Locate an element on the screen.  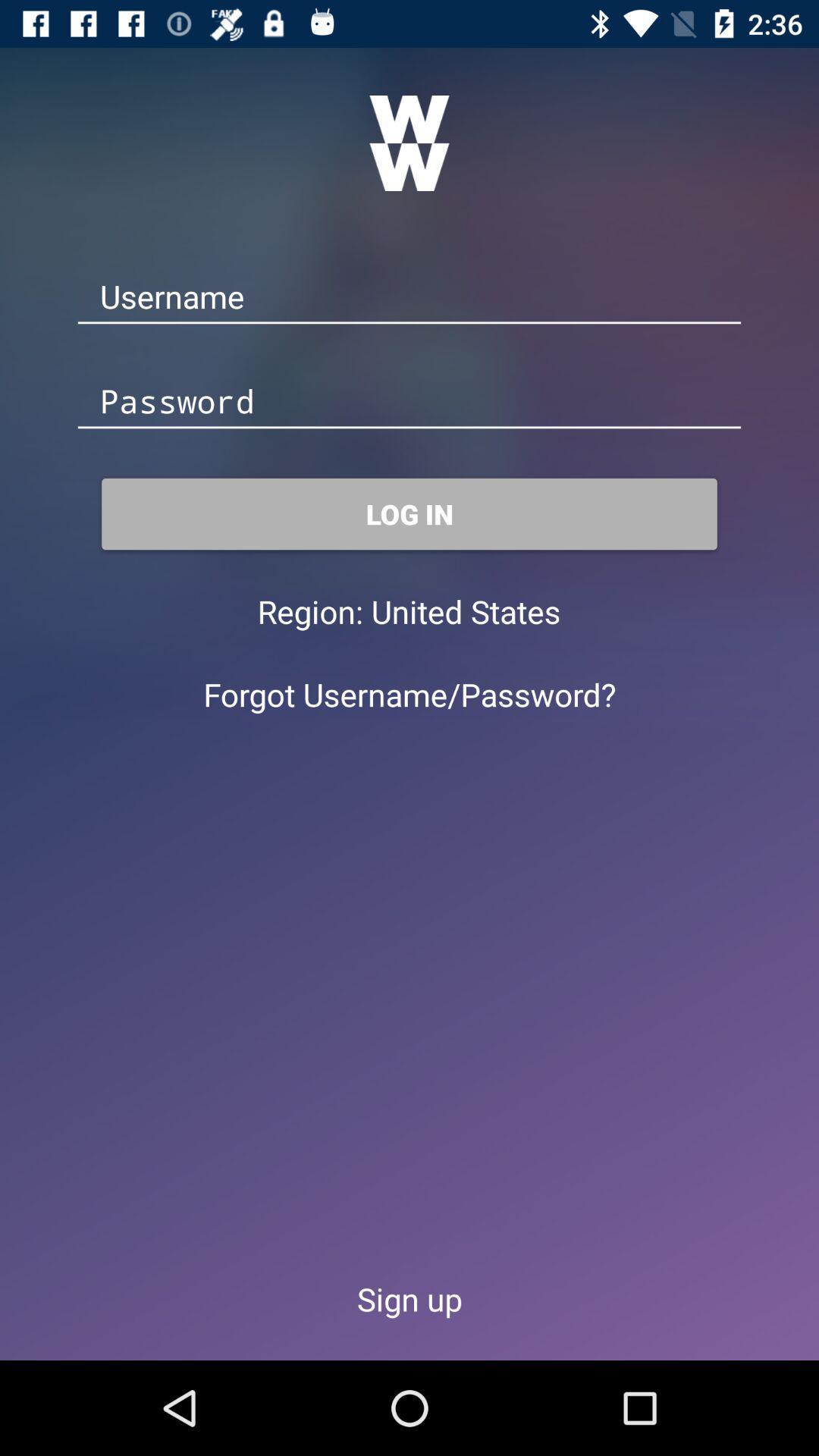
the icon above forgot username/password? is located at coordinates (465, 611).